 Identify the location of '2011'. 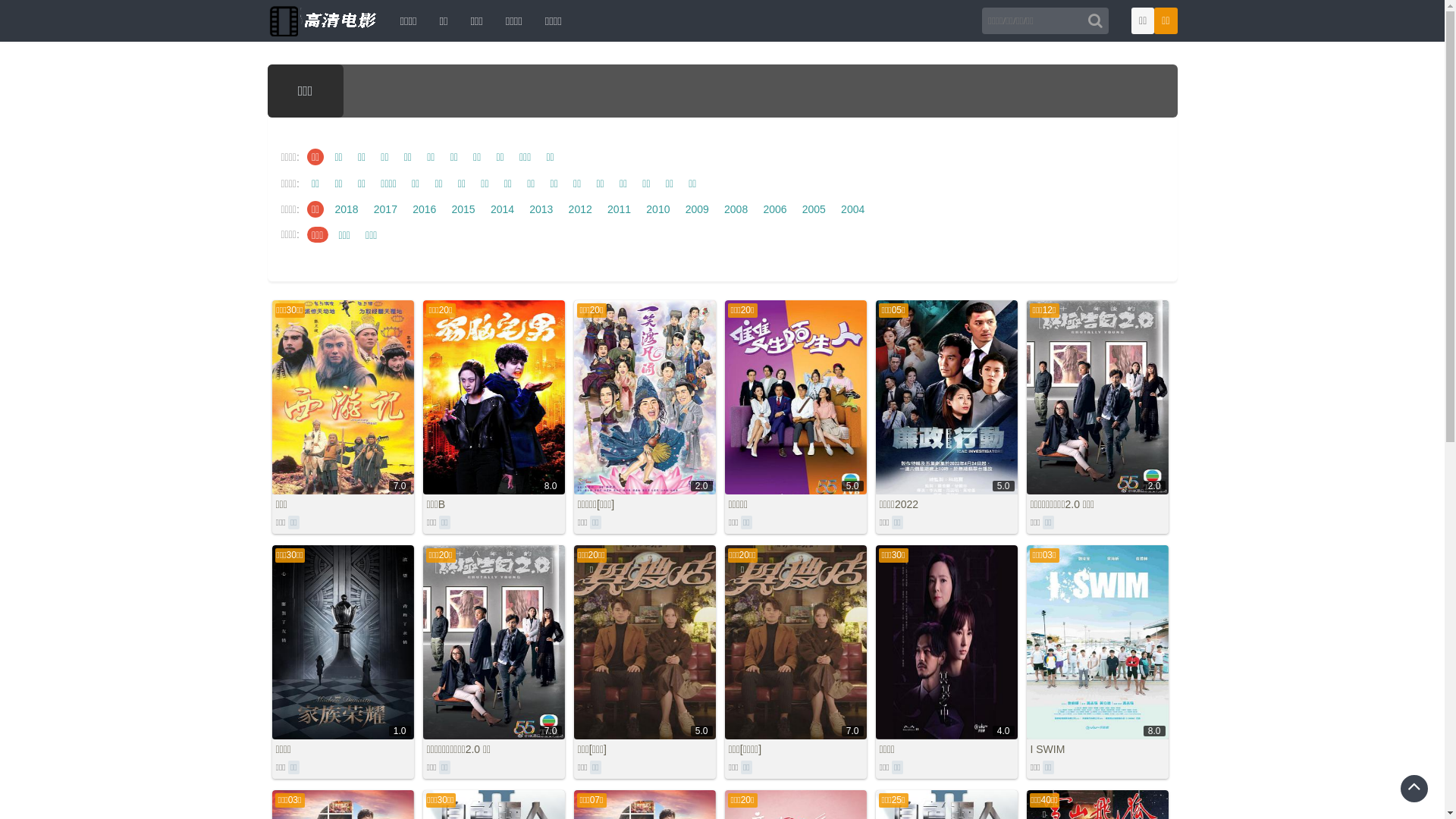
(619, 209).